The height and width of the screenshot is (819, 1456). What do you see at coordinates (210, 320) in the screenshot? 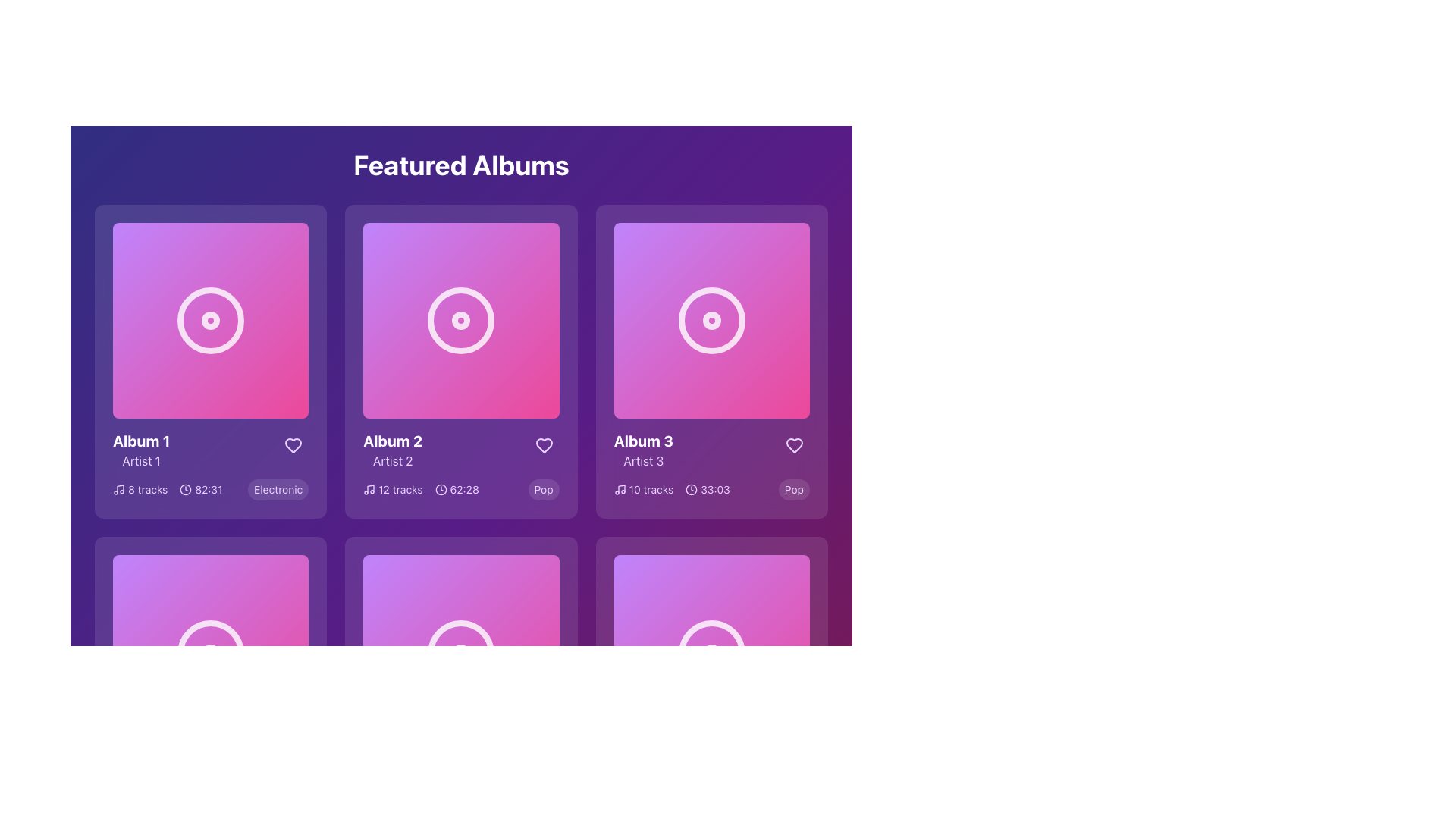
I see `the icon component, a circle within a larger circle, located at the center of the first album card titled 'Album 1'` at bounding box center [210, 320].